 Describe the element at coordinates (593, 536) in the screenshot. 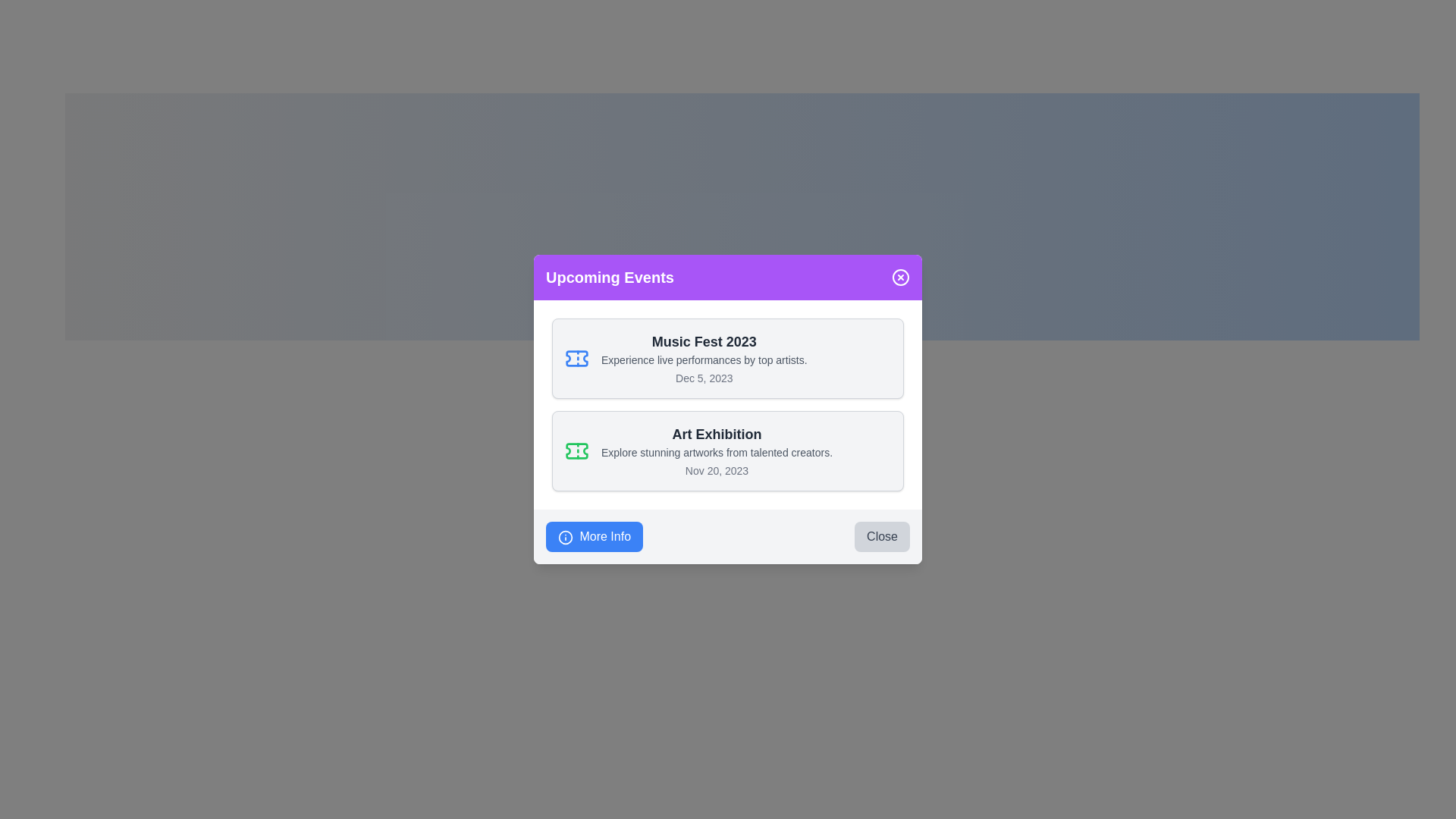

I see `the button on the left side at the bottom of the 'Upcoming Events' modal panel` at that location.